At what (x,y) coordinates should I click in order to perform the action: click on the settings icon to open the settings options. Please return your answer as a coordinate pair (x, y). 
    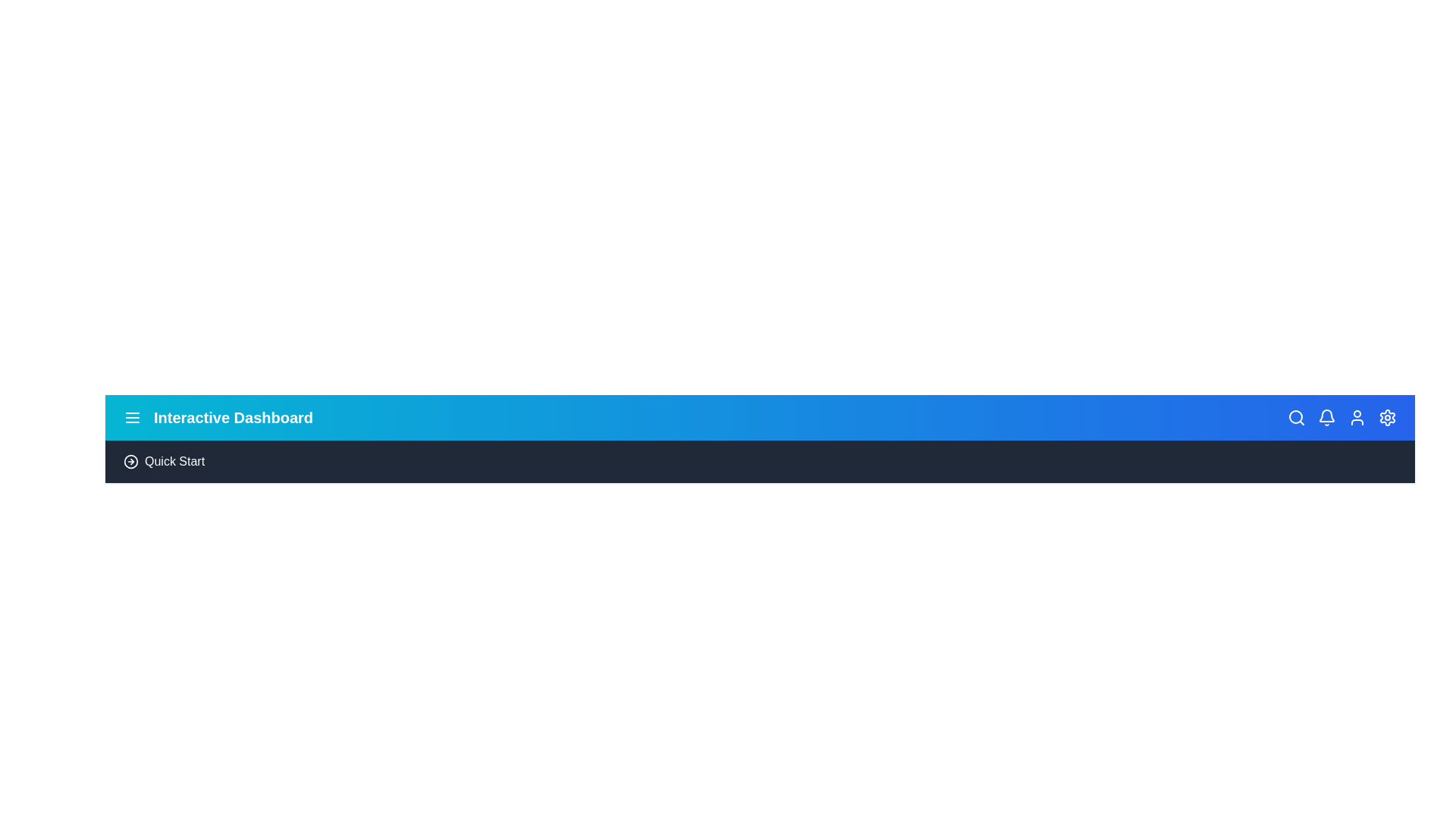
    Looking at the image, I should click on (1387, 418).